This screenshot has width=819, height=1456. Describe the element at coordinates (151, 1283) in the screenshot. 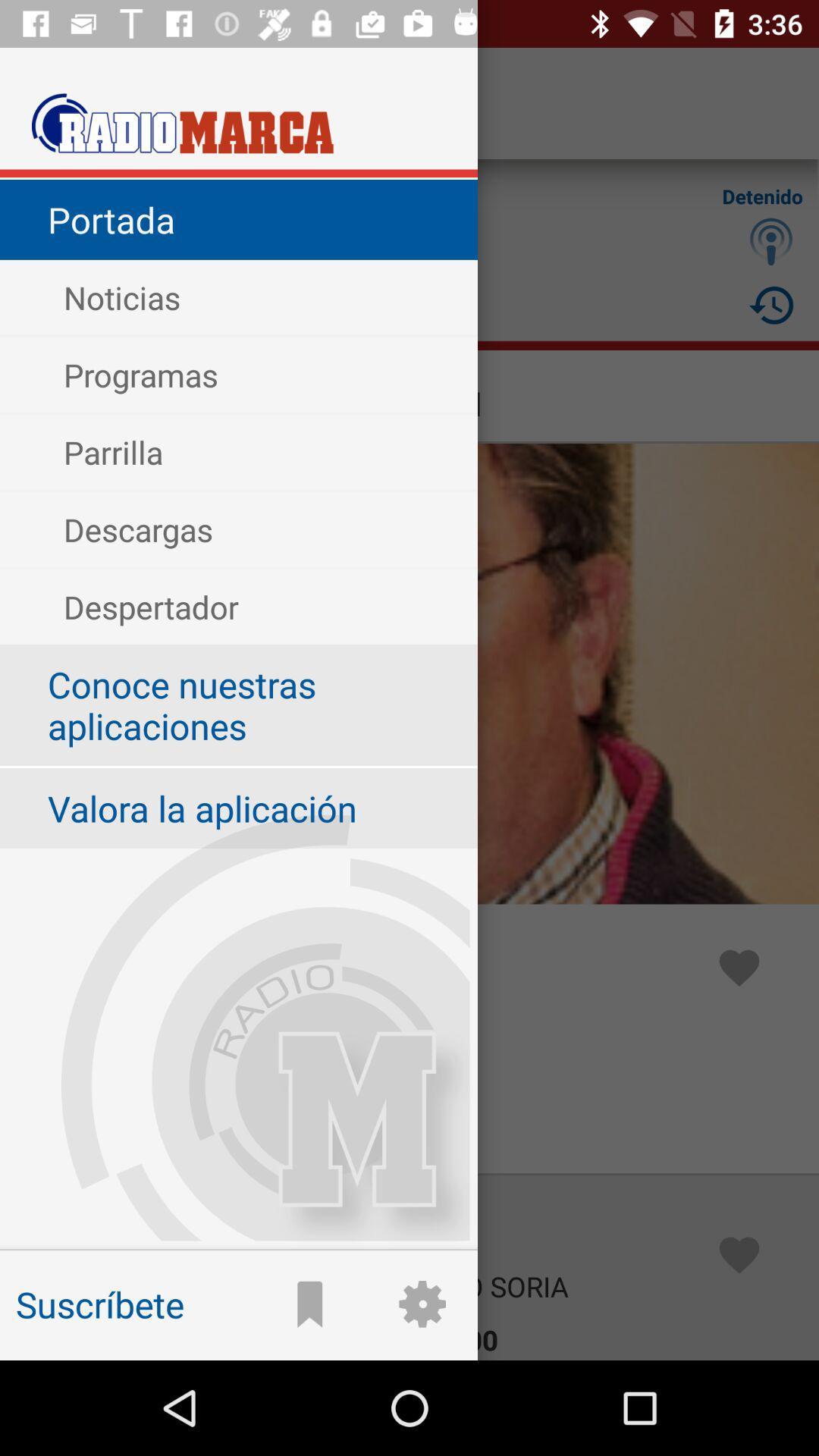

I see `suscribete` at that location.